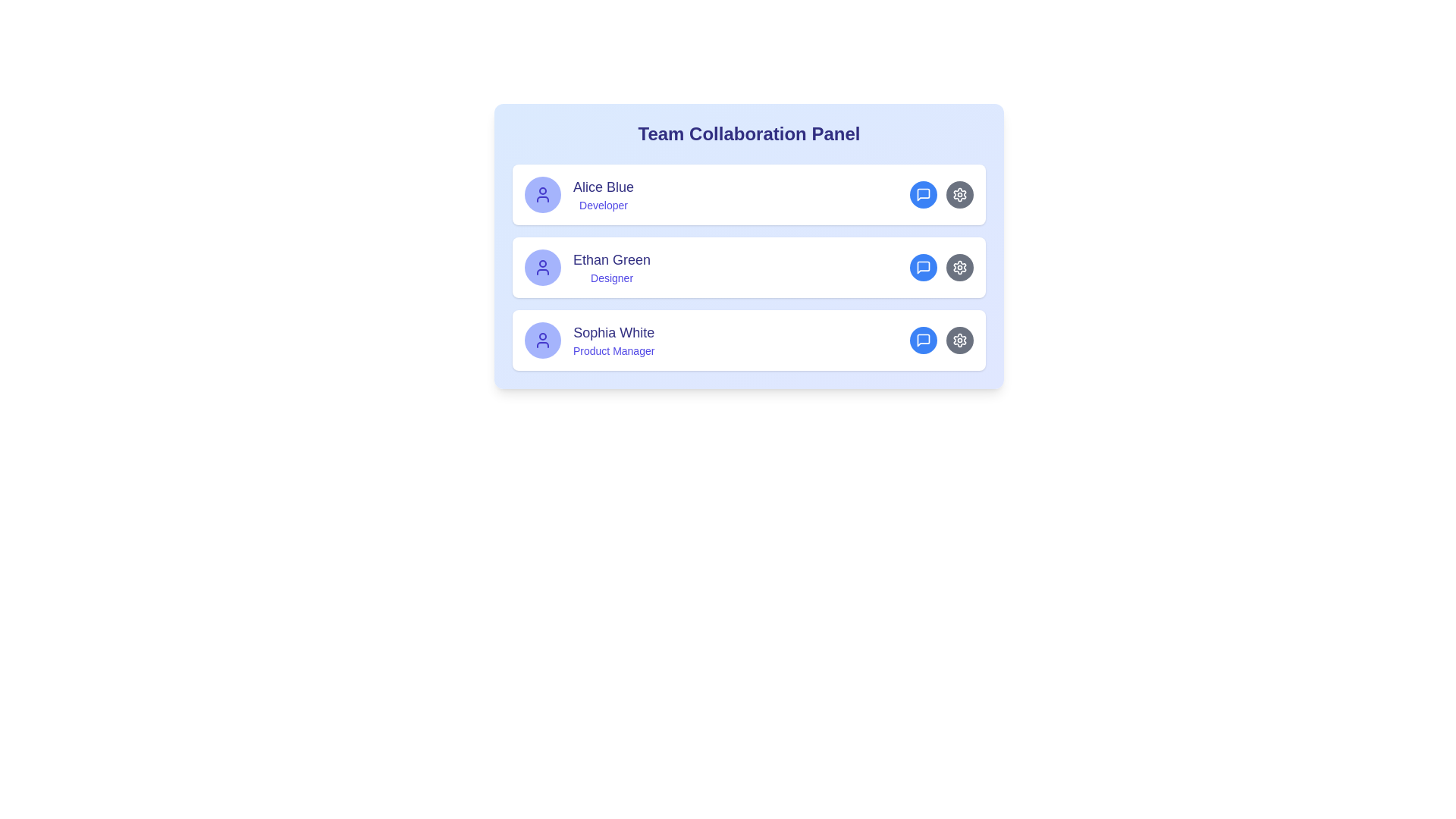 Image resolution: width=1456 pixels, height=819 pixels. Describe the element at coordinates (959, 194) in the screenshot. I see `the second button in the topmost user section of the team collaboration panel to observe the hover effect` at that location.